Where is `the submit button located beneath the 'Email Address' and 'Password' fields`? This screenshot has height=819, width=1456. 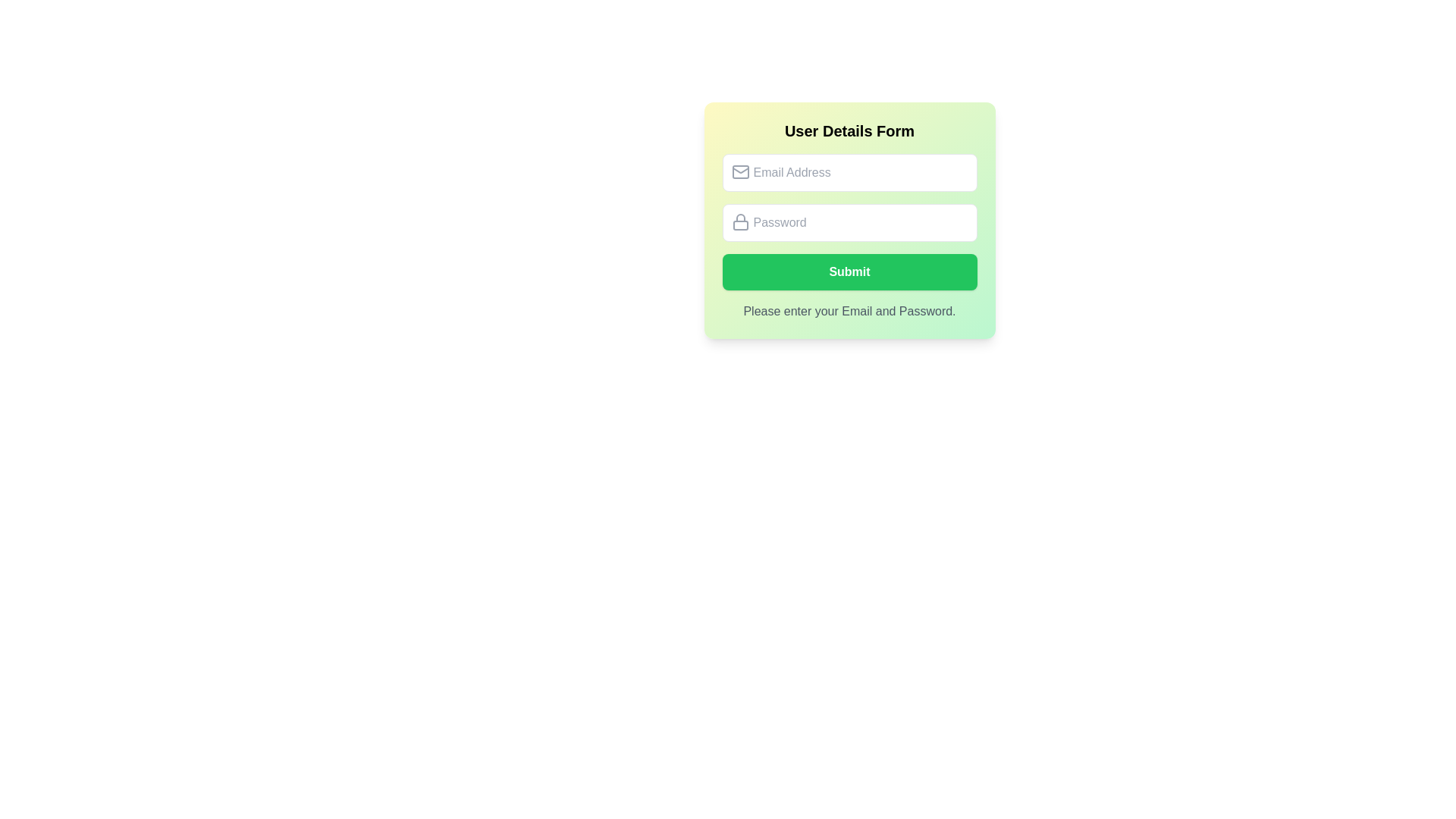
the submit button located beneath the 'Email Address' and 'Password' fields is located at coordinates (849, 271).